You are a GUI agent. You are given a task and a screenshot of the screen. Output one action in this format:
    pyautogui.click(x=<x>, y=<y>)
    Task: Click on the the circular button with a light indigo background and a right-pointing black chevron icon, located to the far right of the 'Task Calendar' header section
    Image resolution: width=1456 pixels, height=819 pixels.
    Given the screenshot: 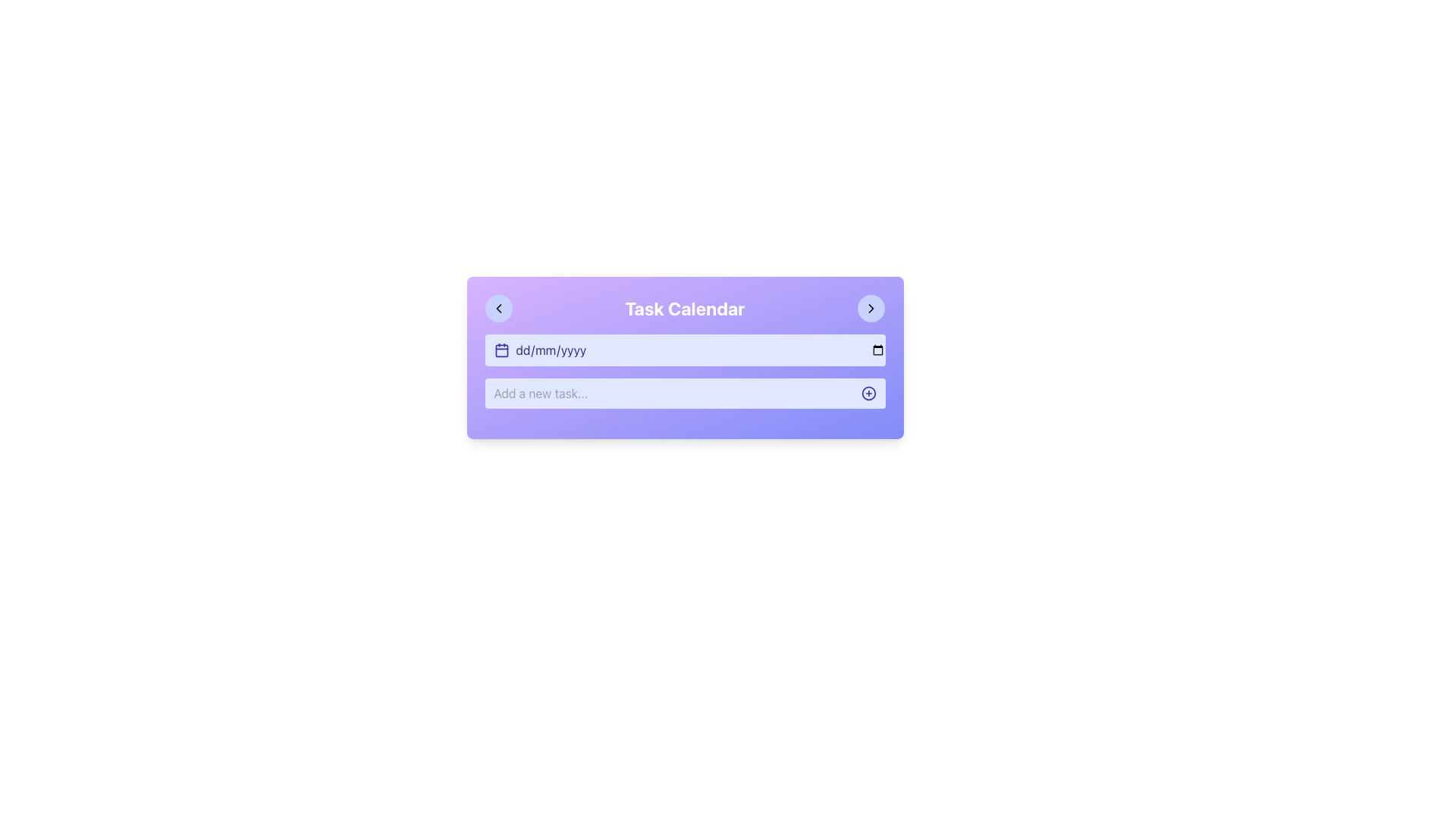 What is the action you would take?
    pyautogui.click(x=871, y=308)
    